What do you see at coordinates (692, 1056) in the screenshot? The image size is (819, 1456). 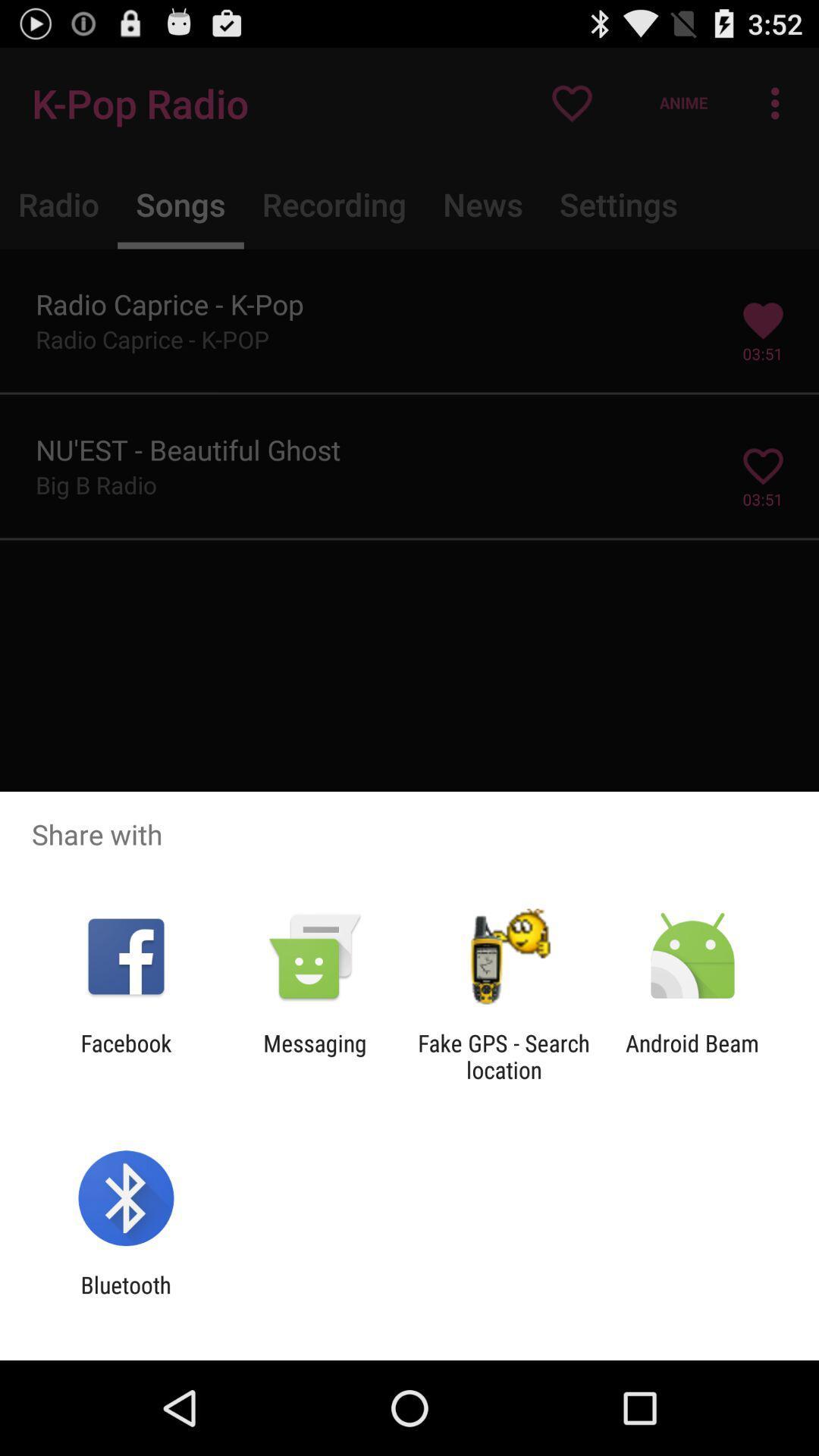 I see `the android beam app` at bounding box center [692, 1056].